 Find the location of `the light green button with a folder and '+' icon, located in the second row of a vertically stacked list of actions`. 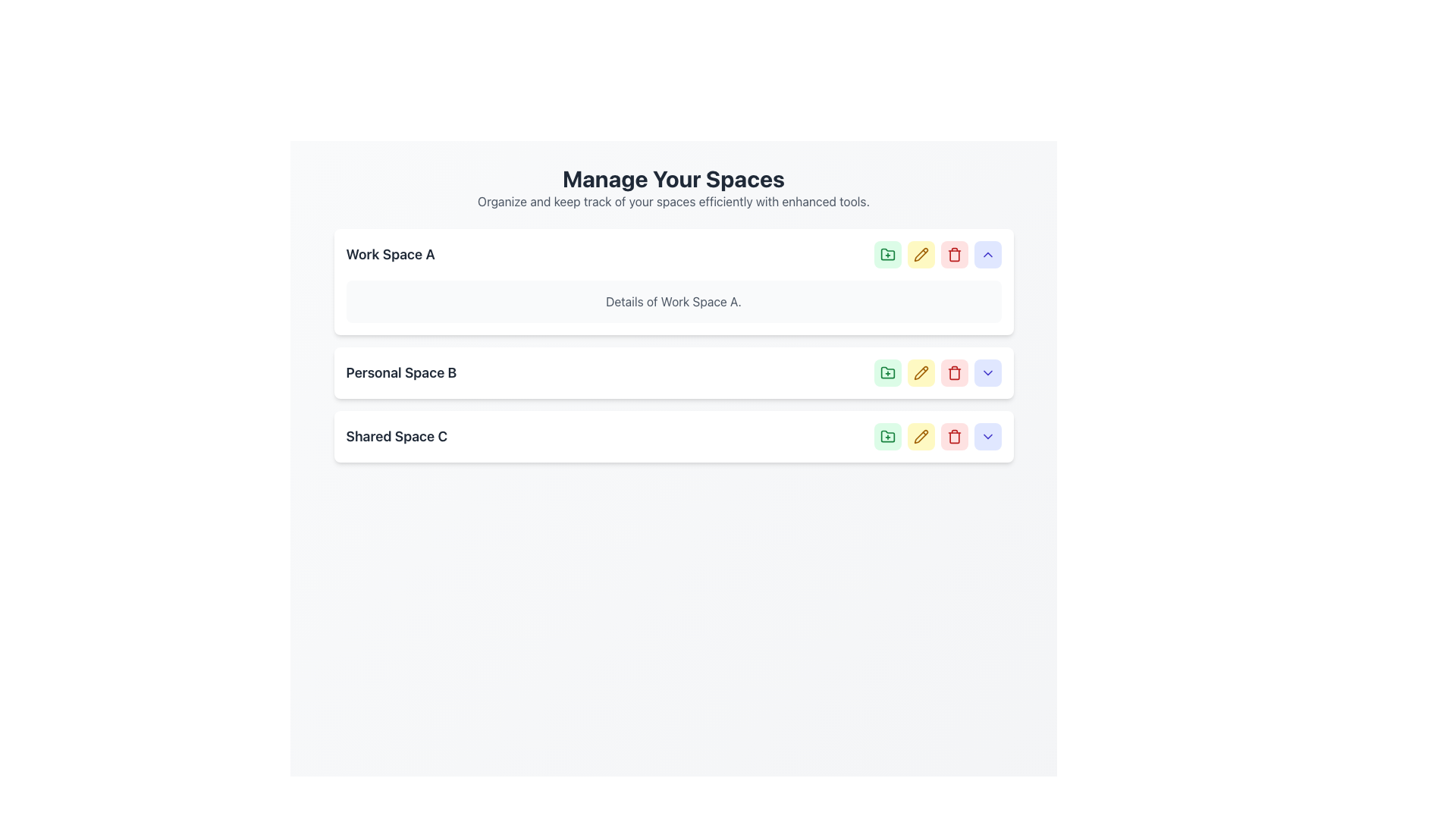

the light green button with a folder and '+' icon, located in the second row of a vertically stacked list of actions is located at coordinates (887, 373).